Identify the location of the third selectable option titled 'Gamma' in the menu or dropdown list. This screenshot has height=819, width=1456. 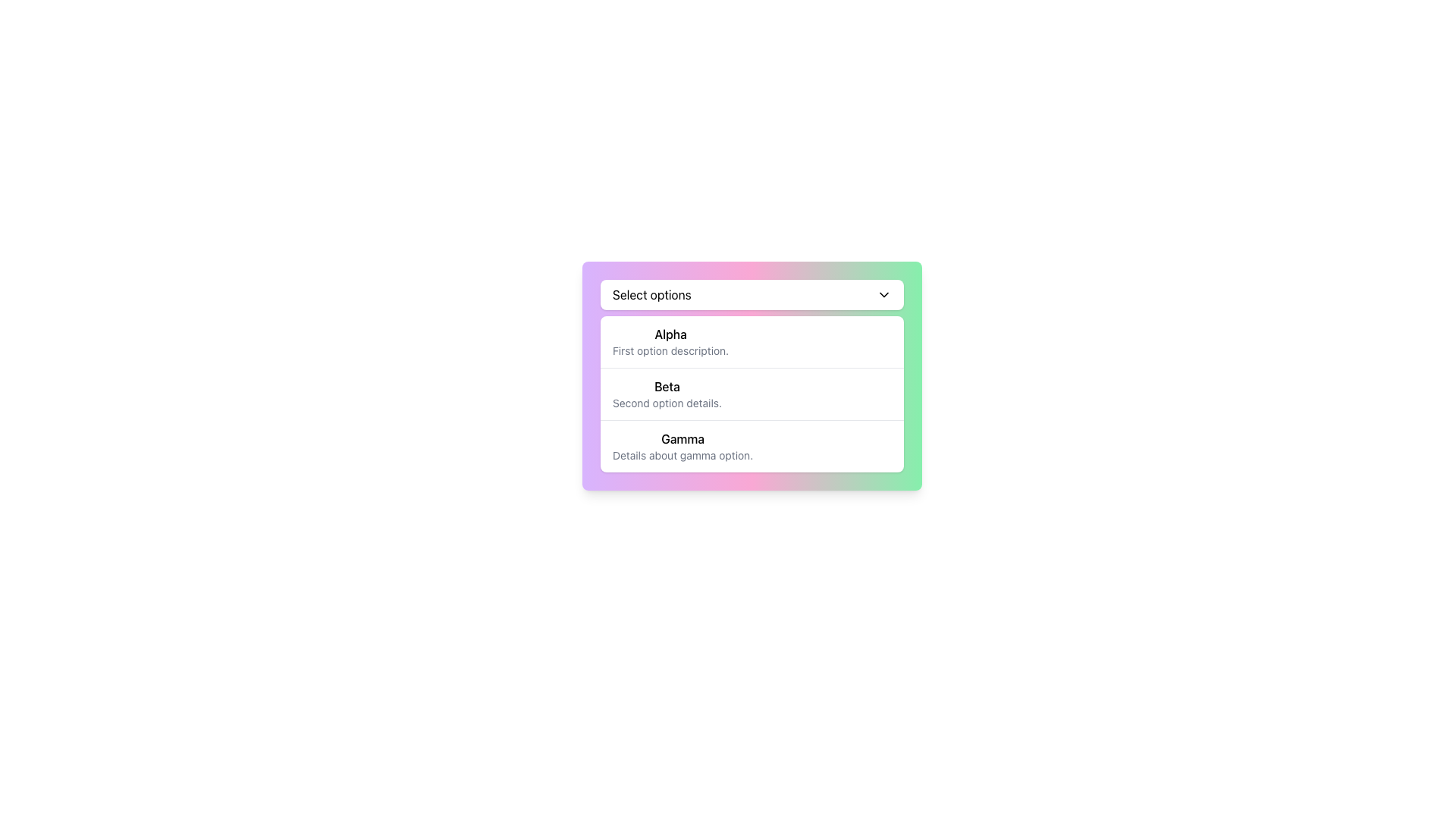
(752, 445).